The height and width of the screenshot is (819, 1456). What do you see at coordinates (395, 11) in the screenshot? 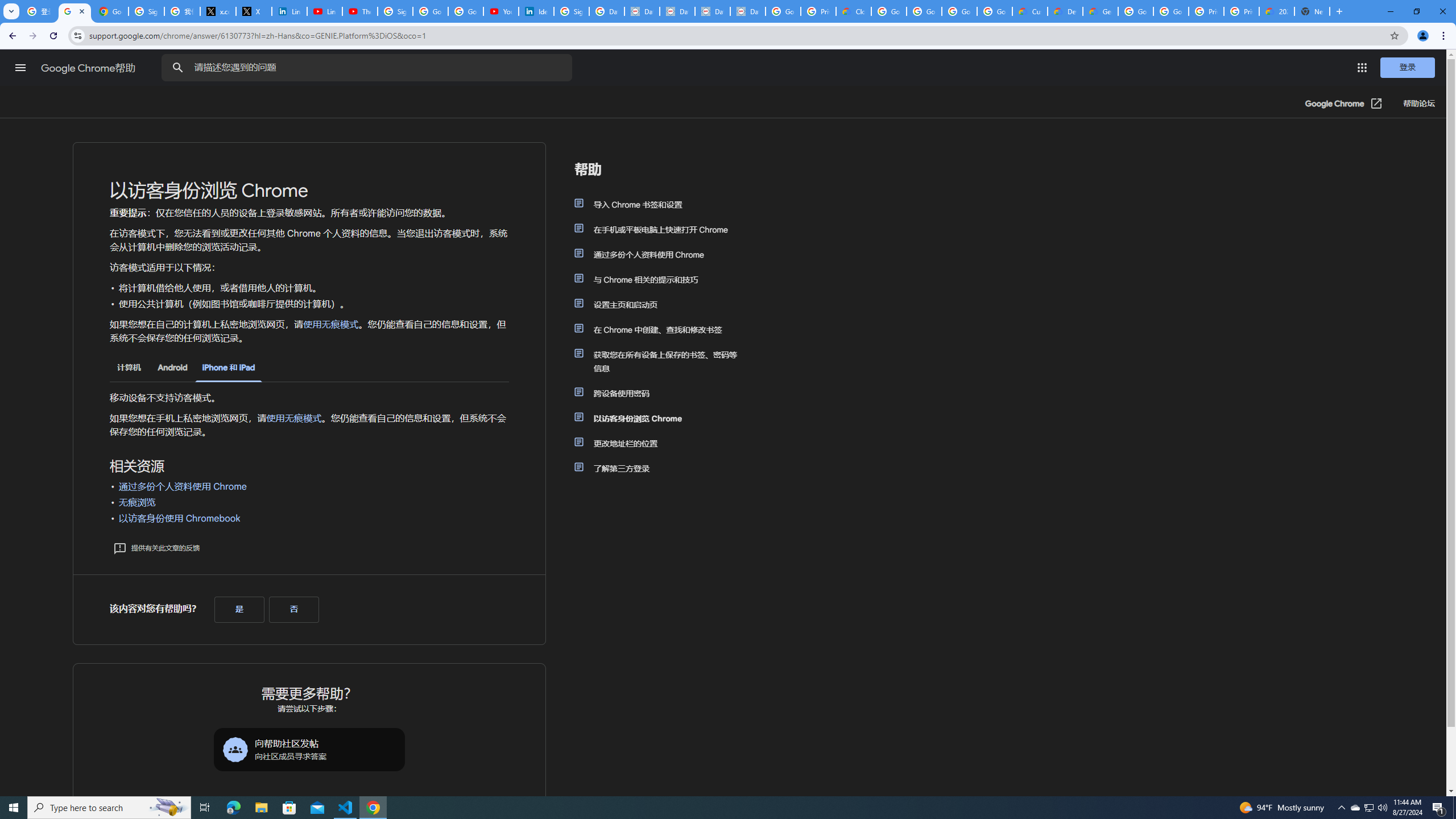
I see `'Sign in - Google Accounts'` at bounding box center [395, 11].